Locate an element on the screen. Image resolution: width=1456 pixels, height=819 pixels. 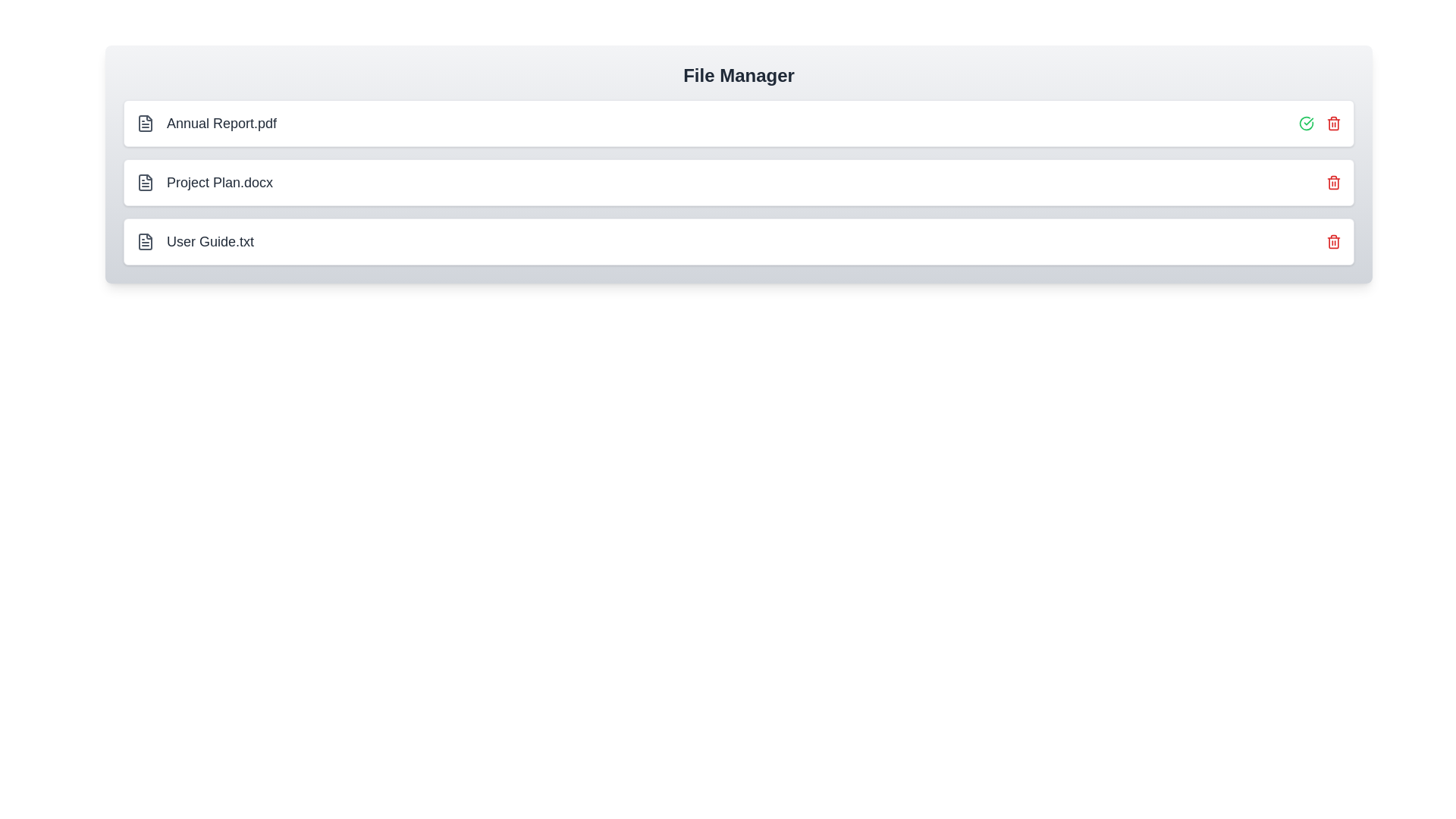
the visual indicator icon that resembles a sheet of paper with a folded corner, located to the left of the 'User Guide.txt' entry in the file list is located at coordinates (146, 241).